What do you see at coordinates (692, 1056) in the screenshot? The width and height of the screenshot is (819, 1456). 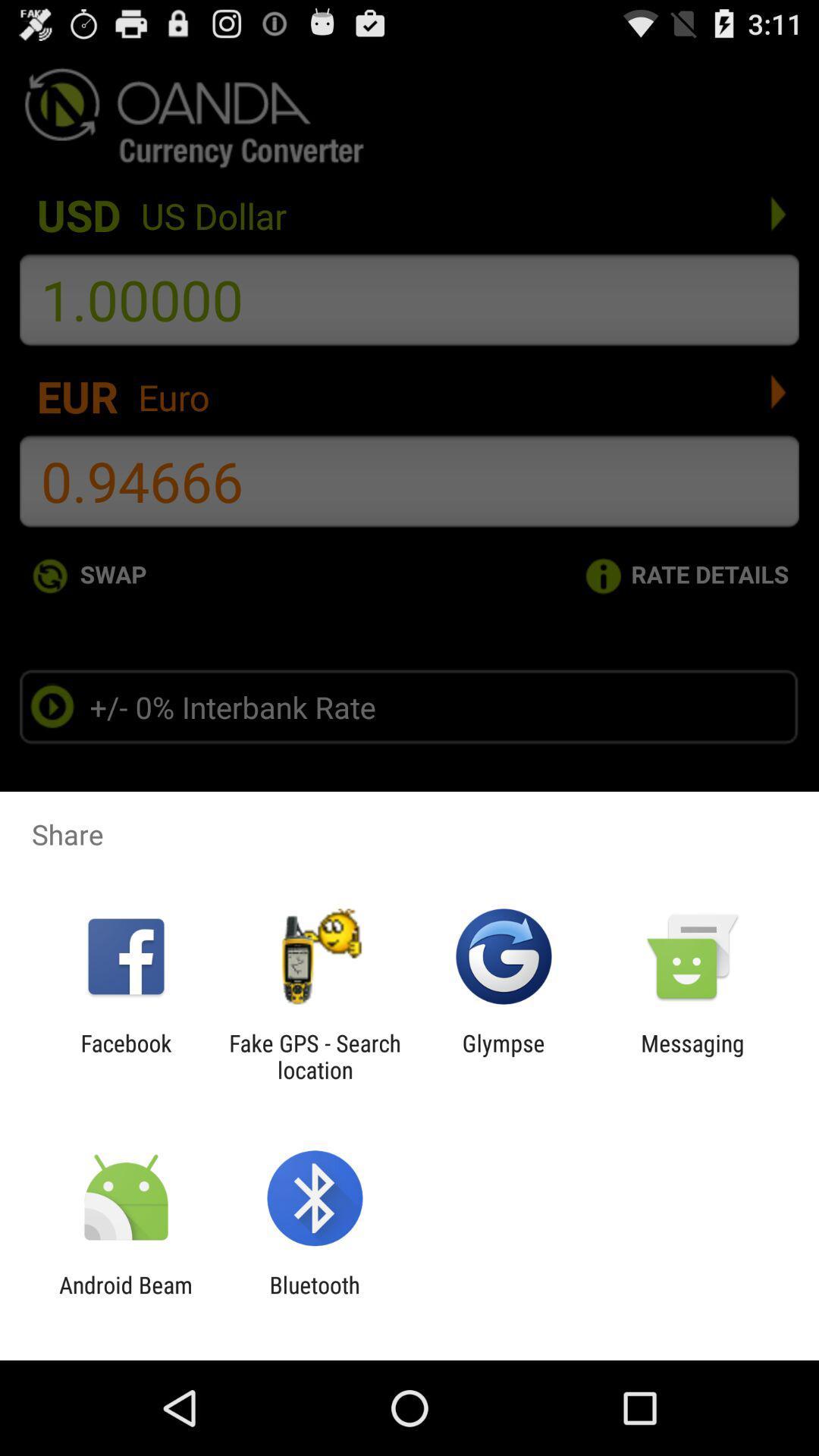 I see `the messaging app` at bounding box center [692, 1056].